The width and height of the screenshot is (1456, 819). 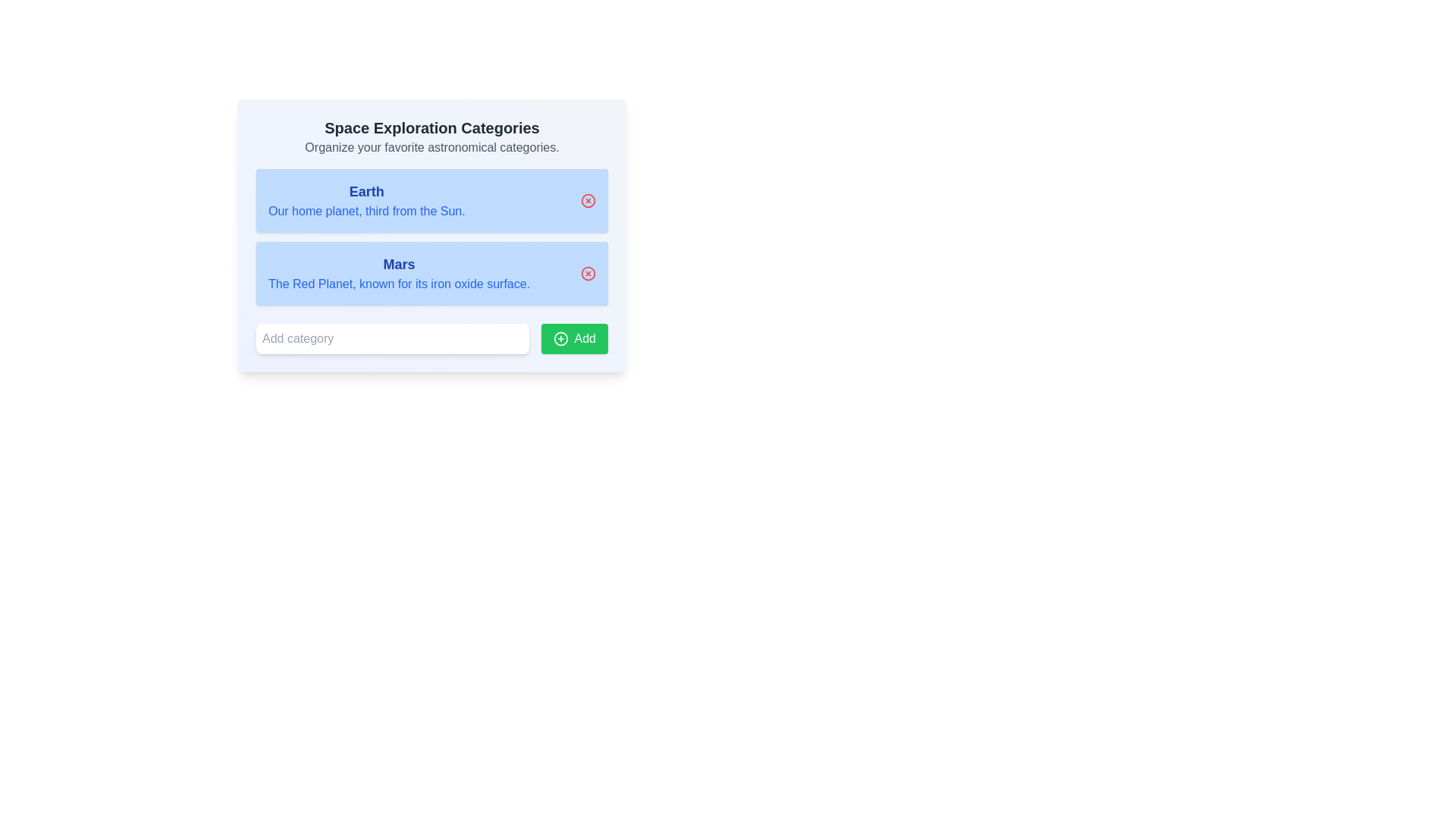 What do you see at coordinates (366, 191) in the screenshot?
I see `the text label displaying 'Earth' in bold and blue font, located at the top of the blue rectangle in the uppermost section of the list` at bounding box center [366, 191].